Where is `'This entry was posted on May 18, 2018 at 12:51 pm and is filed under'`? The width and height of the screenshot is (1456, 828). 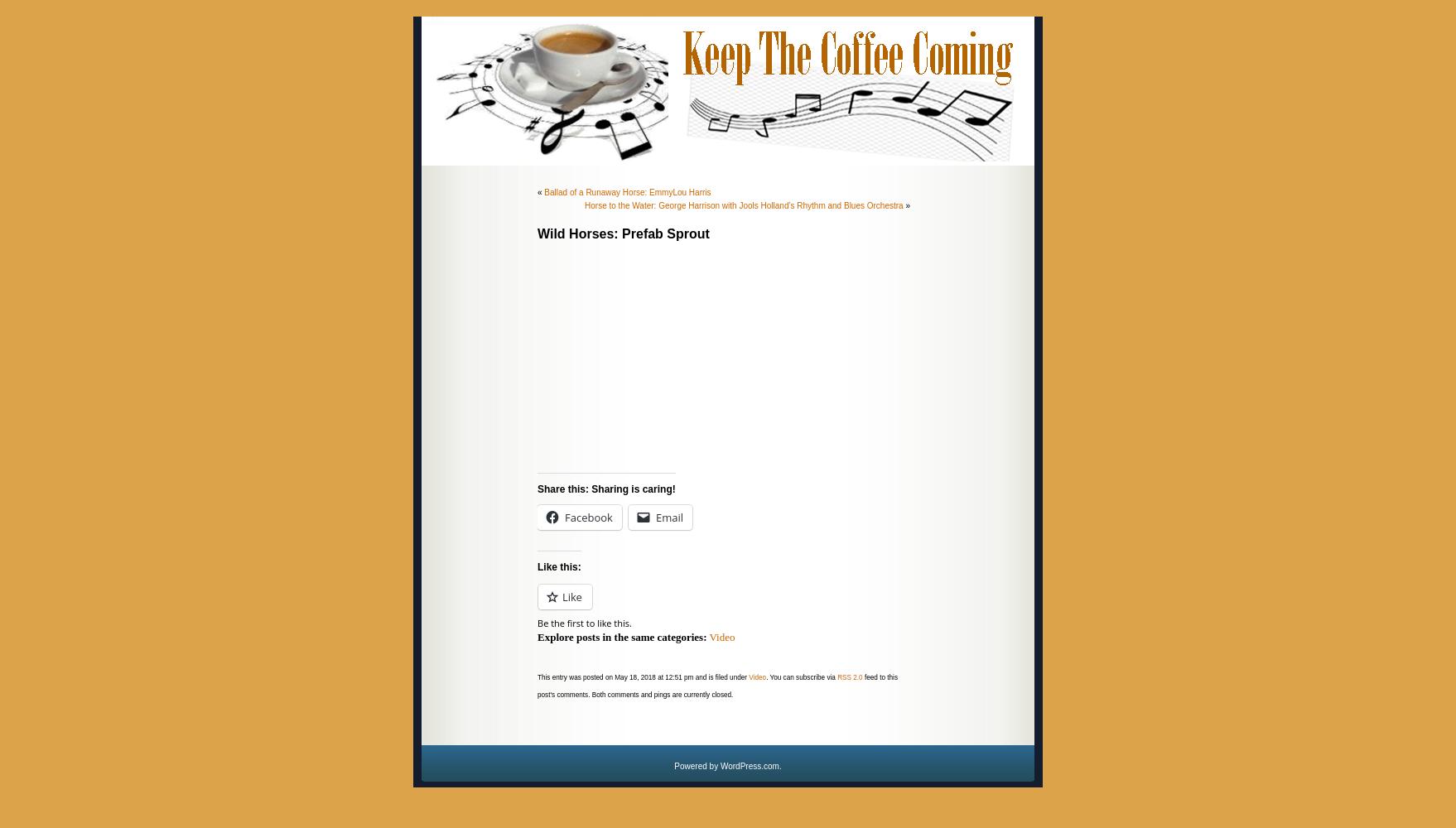
'This entry was posted on May 18, 2018 at 12:51 pm and is filed under' is located at coordinates (538, 676).